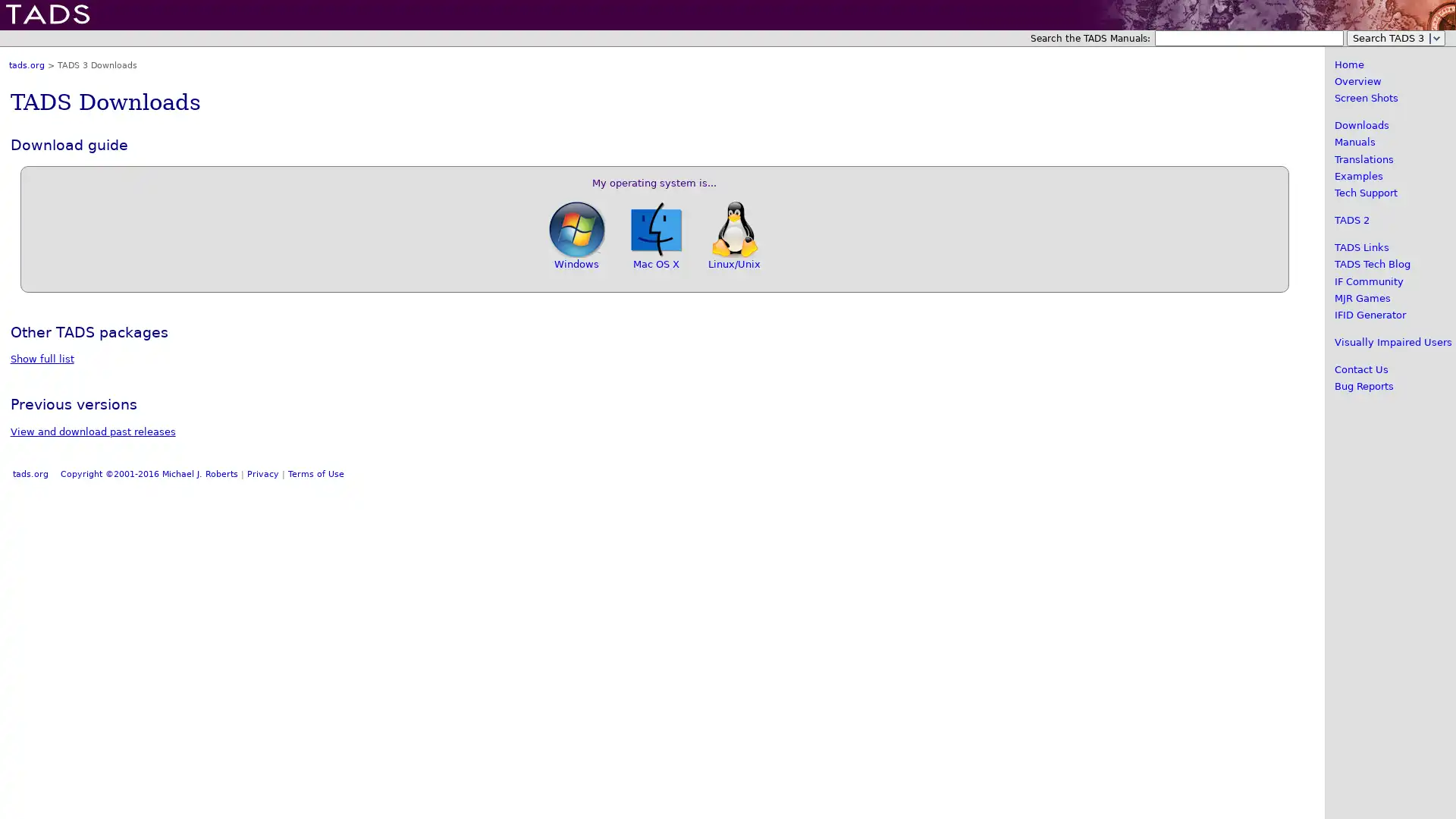  I want to click on Search TADS 3, so click(1395, 37).